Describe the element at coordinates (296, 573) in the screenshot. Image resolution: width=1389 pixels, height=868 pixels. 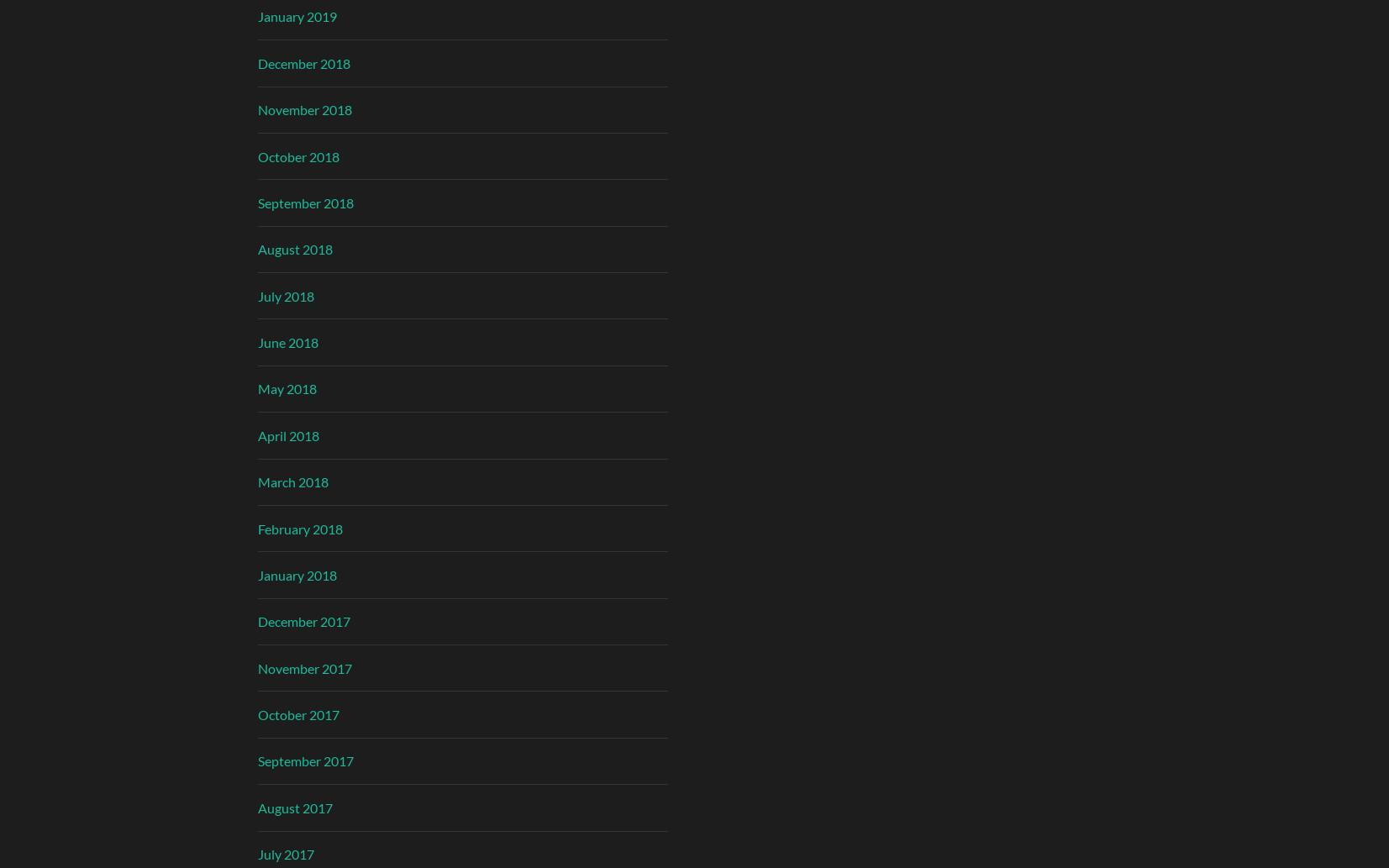
I see `'January 2018'` at that location.